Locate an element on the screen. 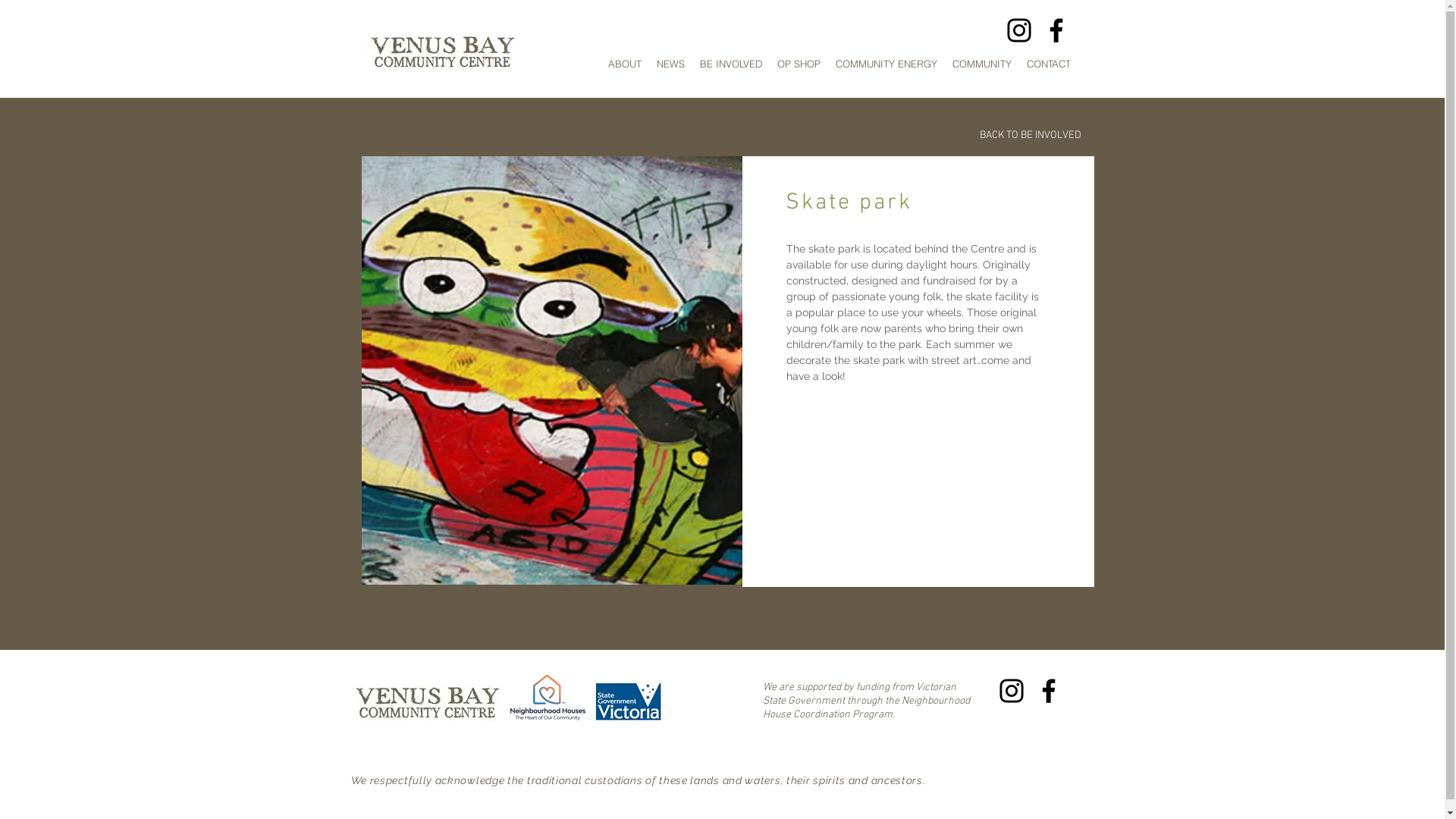  'COMMUNITY' is located at coordinates (982, 63).